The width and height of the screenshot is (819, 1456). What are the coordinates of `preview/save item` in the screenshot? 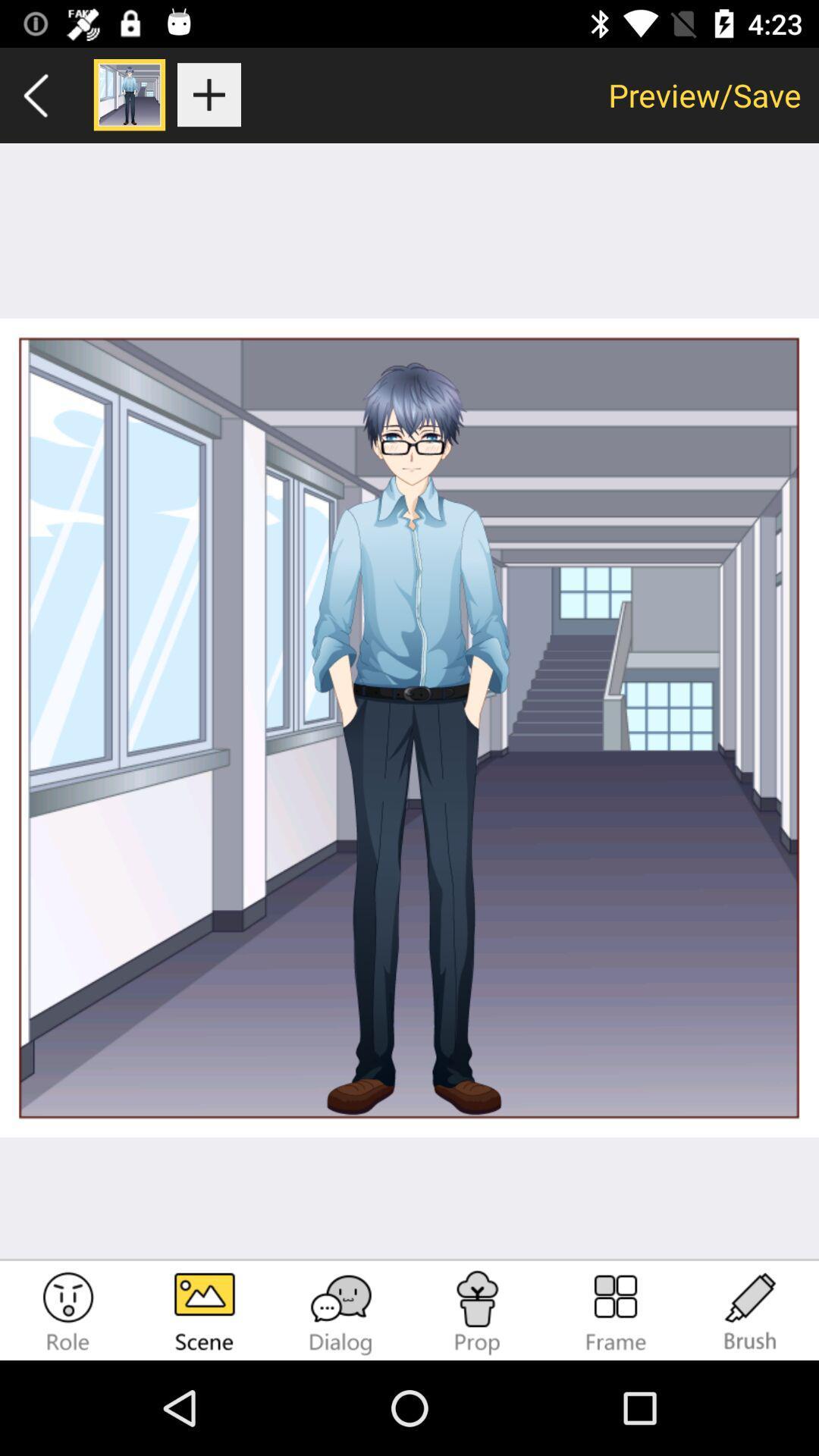 It's located at (704, 94).